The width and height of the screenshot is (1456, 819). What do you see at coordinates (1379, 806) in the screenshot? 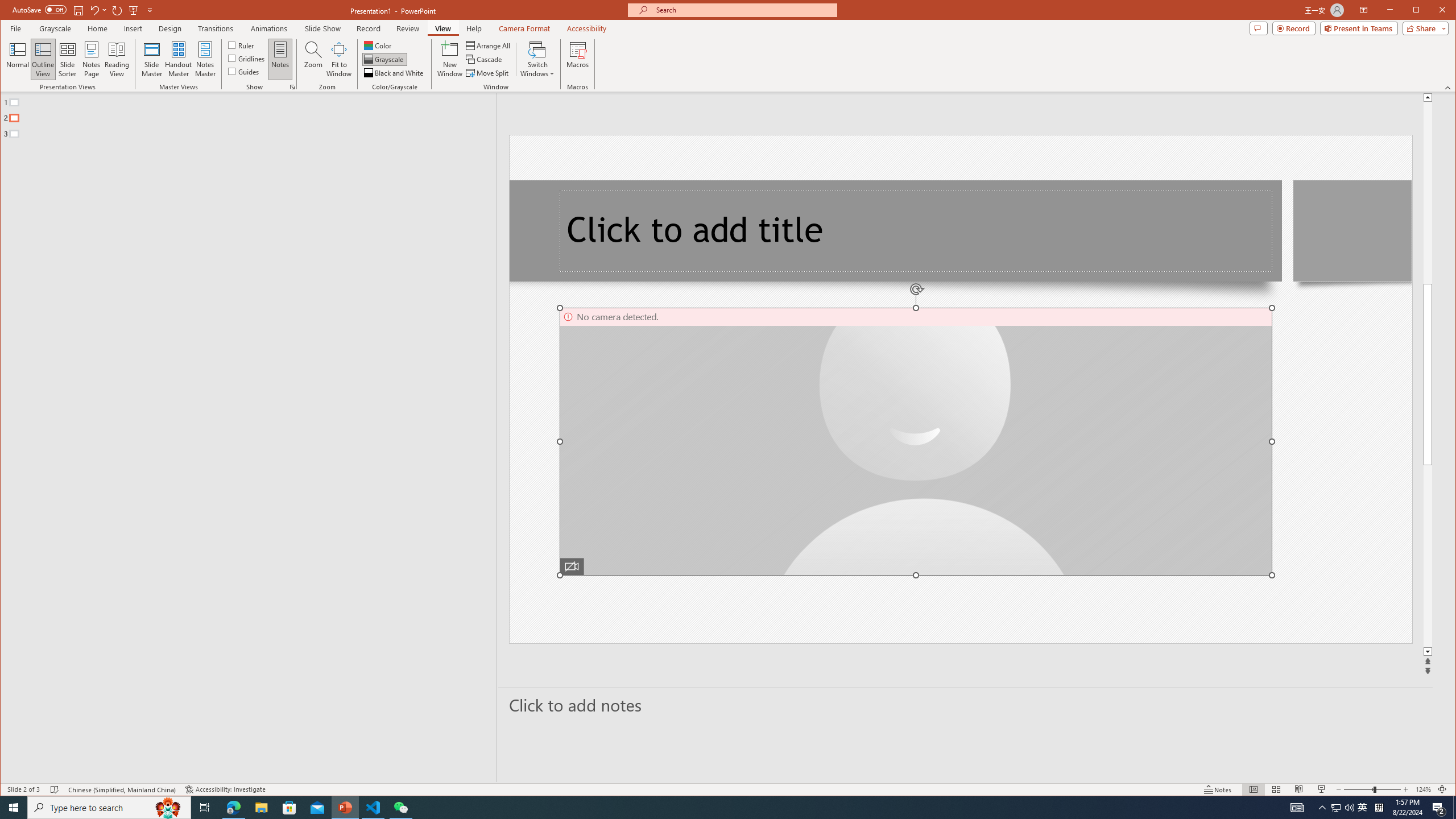
I see `'Tray Input Indicator - Chinese (Simplified, China)'` at bounding box center [1379, 806].